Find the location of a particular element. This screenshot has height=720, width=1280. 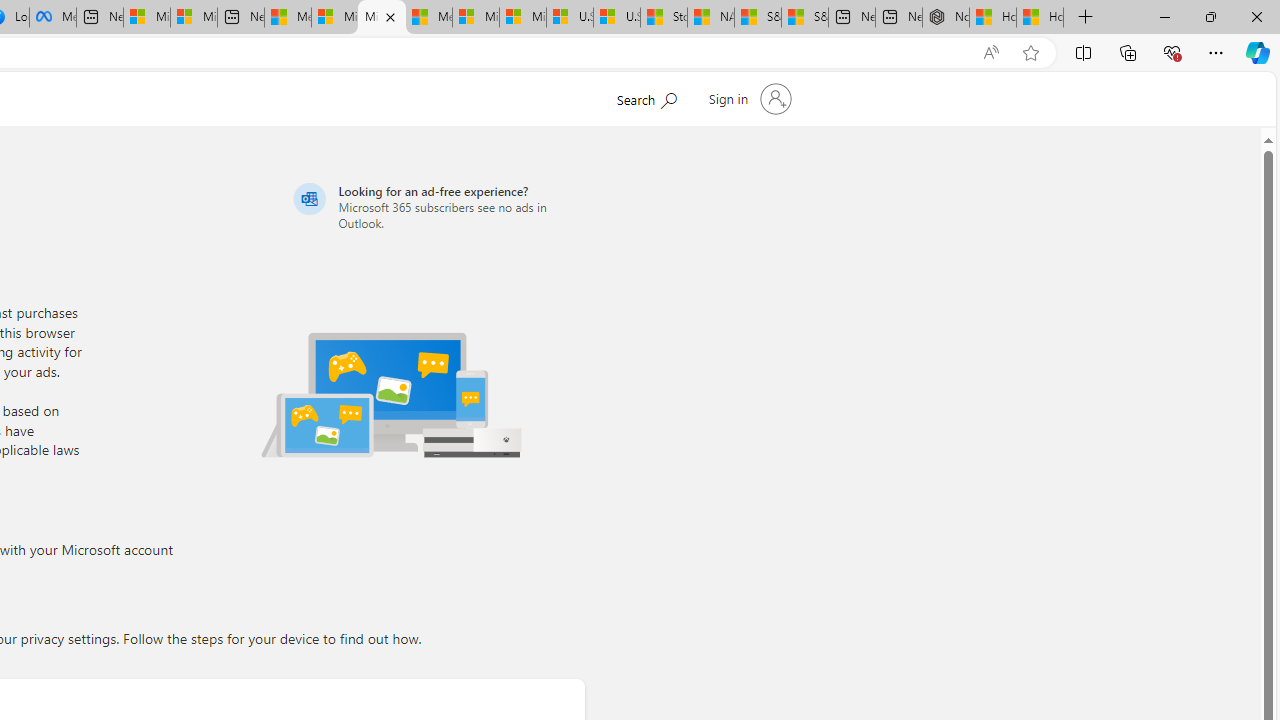

'Restore' is located at coordinates (1209, 16).